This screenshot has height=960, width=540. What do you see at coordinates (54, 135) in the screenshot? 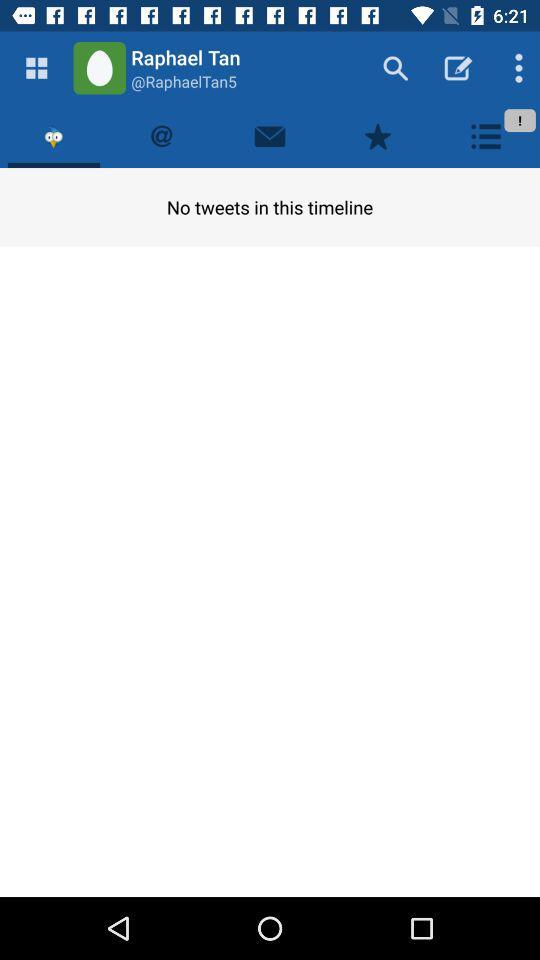
I see `tweet timeline` at bounding box center [54, 135].